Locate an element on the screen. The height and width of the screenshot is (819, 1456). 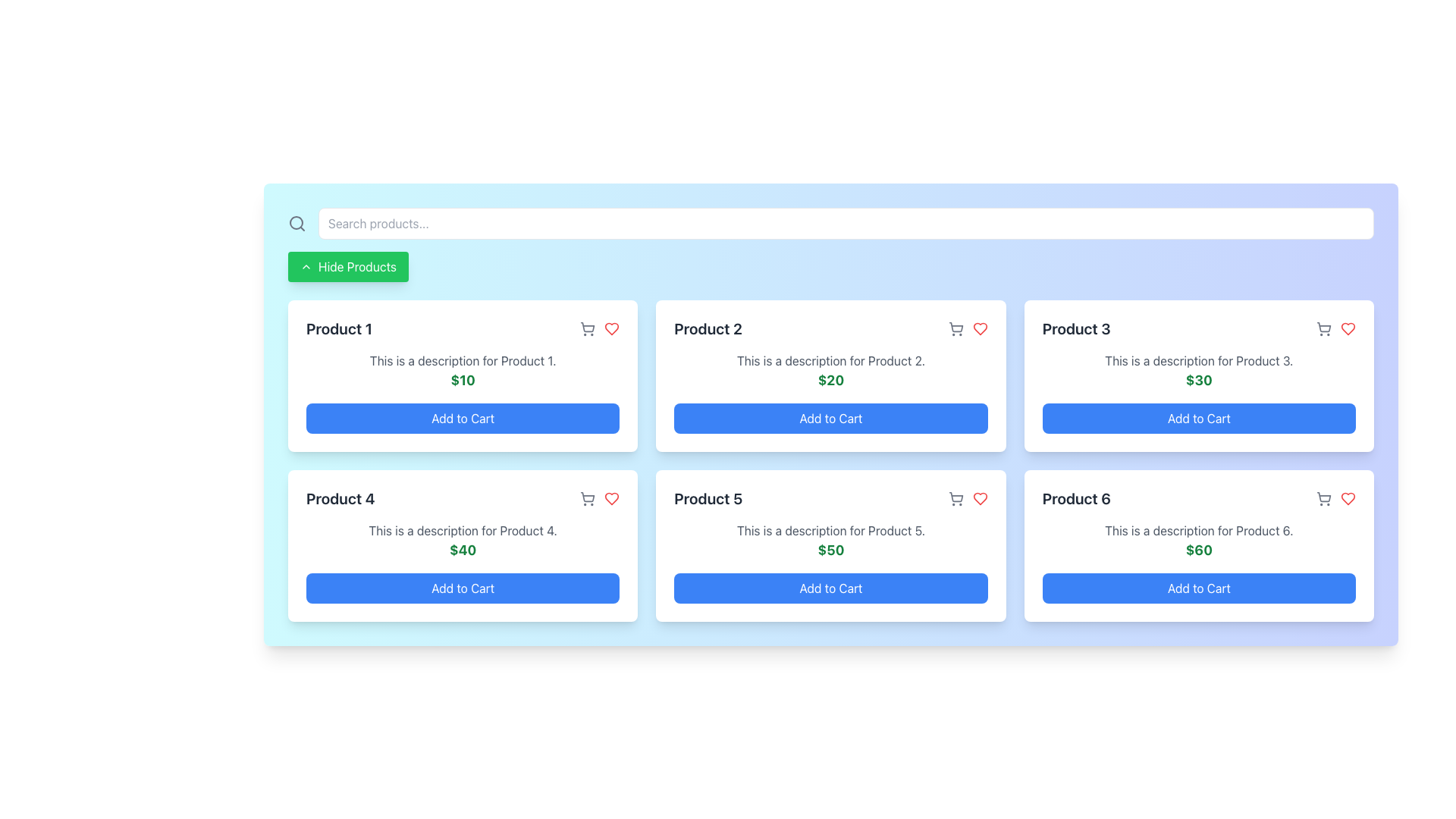
the 'Add to Cart' button for 'Product 1' is located at coordinates (462, 418).